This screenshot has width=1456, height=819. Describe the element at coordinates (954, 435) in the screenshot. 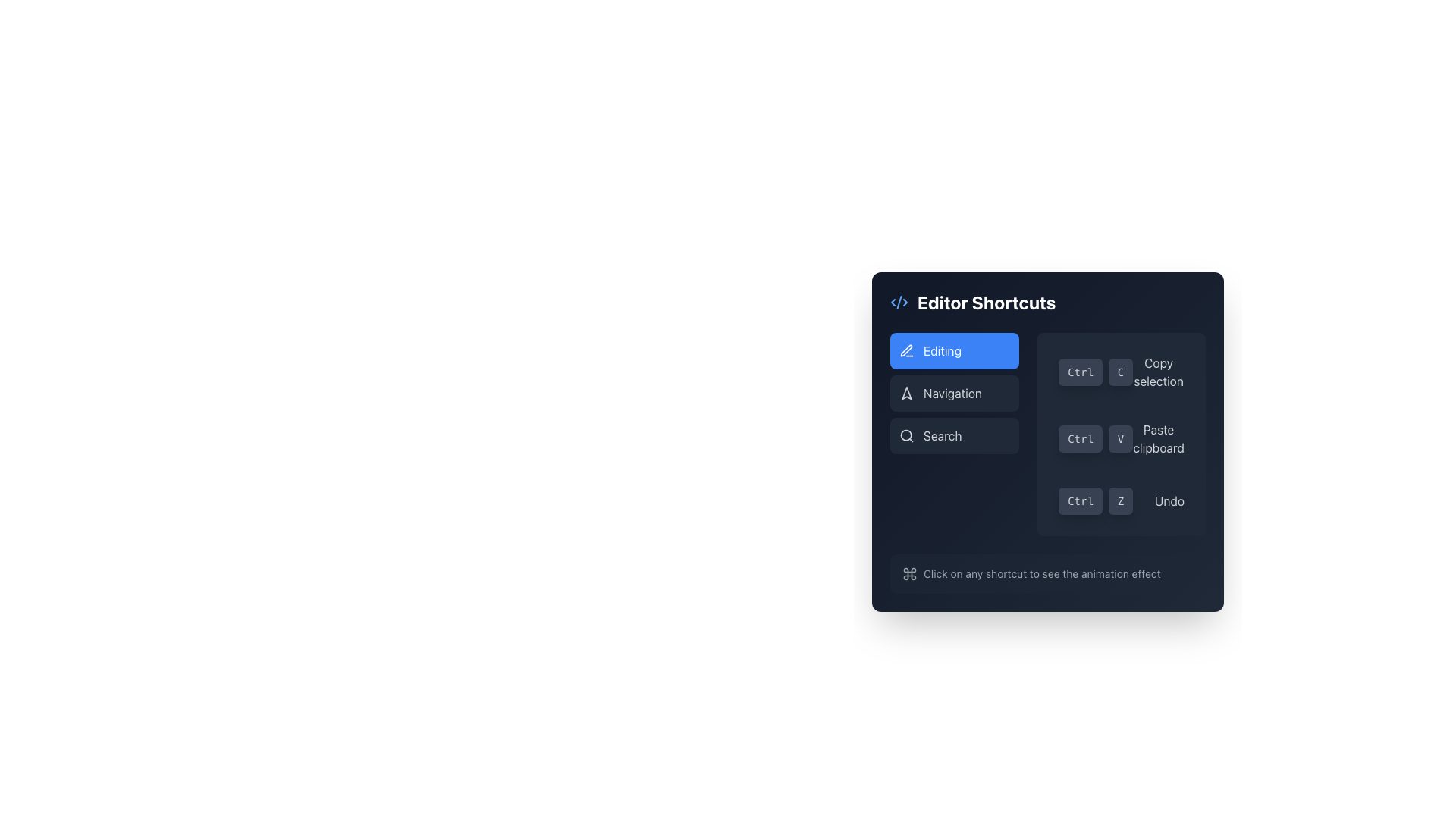

I see `the search button located in the sidebar, positioned below the 'Navigation' button, to initiate the search functionality` at that location.